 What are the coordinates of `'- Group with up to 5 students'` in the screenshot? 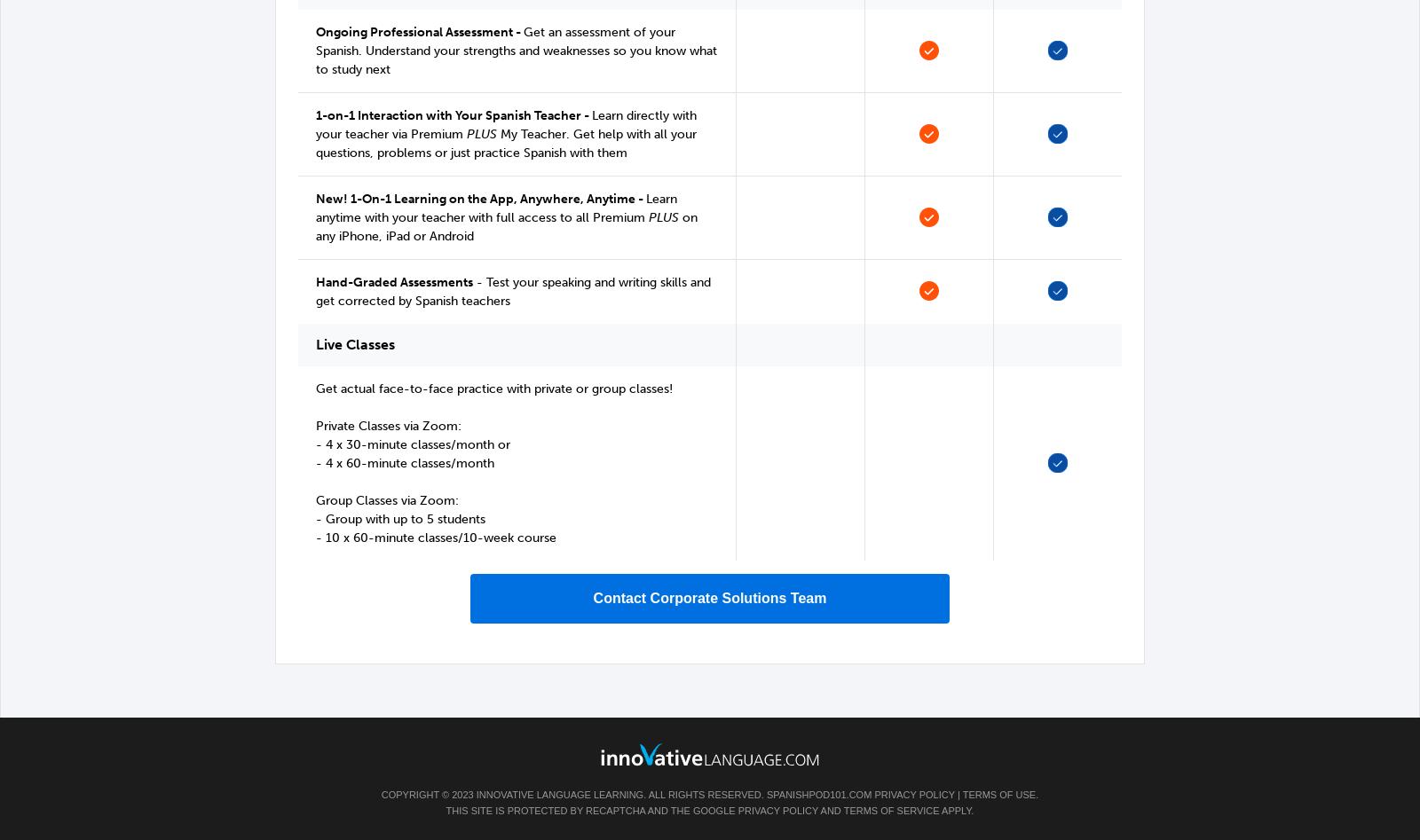 It's located at (399, 519).